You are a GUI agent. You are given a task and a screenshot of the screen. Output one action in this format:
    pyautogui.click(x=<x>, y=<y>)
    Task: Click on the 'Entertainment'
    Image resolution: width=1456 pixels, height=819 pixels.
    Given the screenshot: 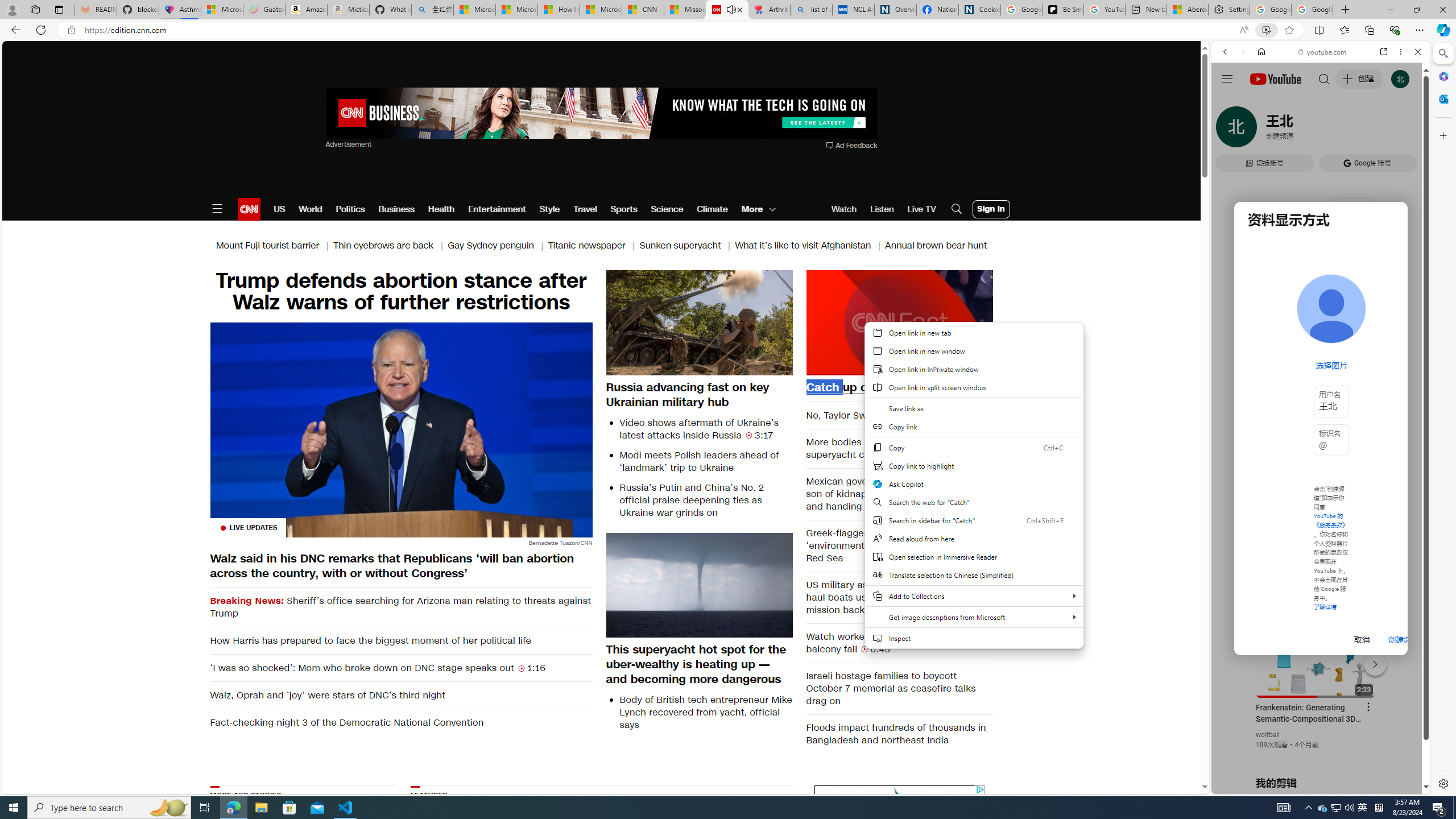 What is the action you would take?
    pyautogui.click(x=496, y=209)
    